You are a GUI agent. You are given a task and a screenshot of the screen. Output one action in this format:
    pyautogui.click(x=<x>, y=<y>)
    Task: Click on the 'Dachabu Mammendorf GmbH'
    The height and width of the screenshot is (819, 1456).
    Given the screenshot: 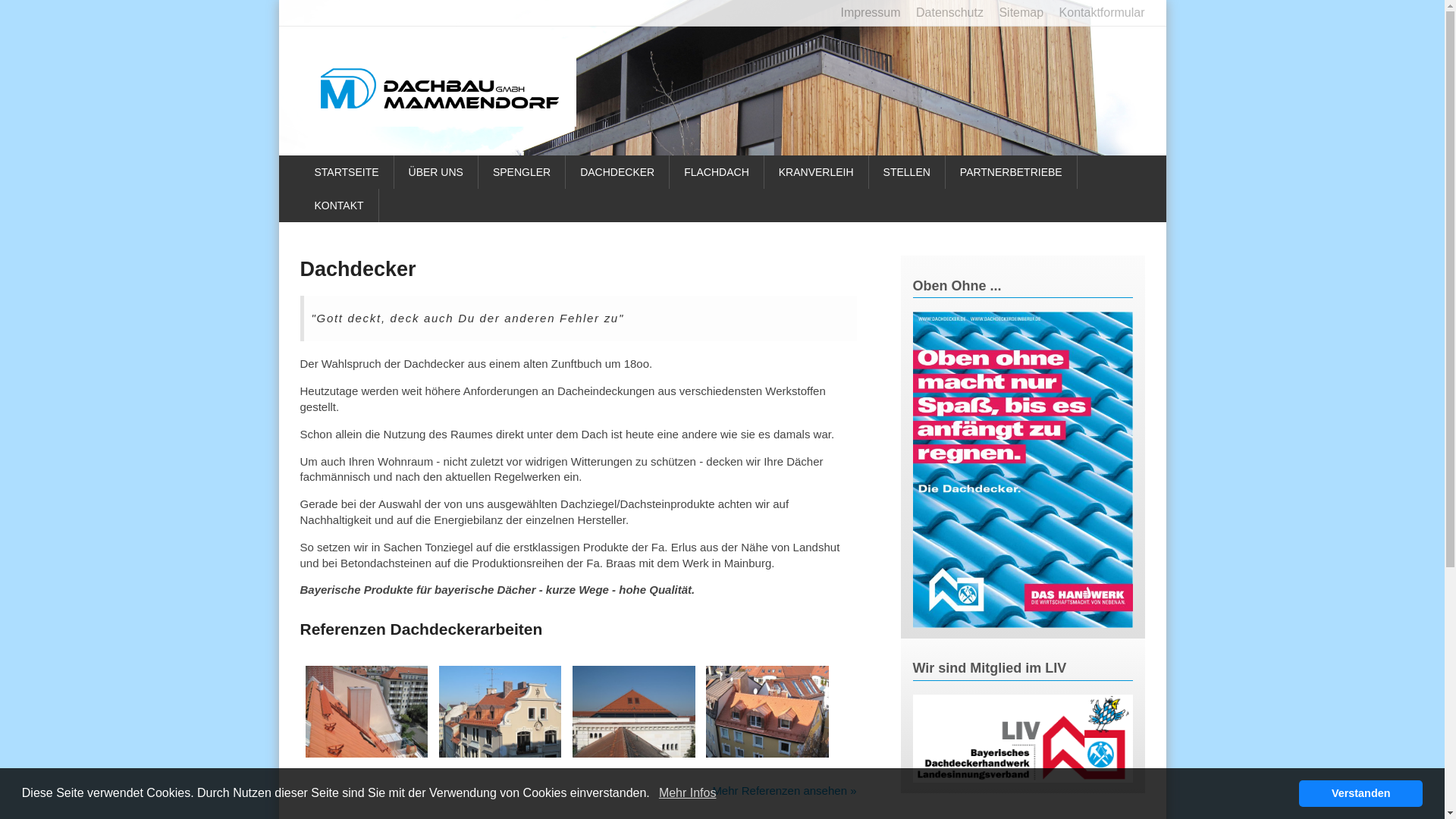 What is the action you would take?
    pyautogui.click(x=439, y=88)
    